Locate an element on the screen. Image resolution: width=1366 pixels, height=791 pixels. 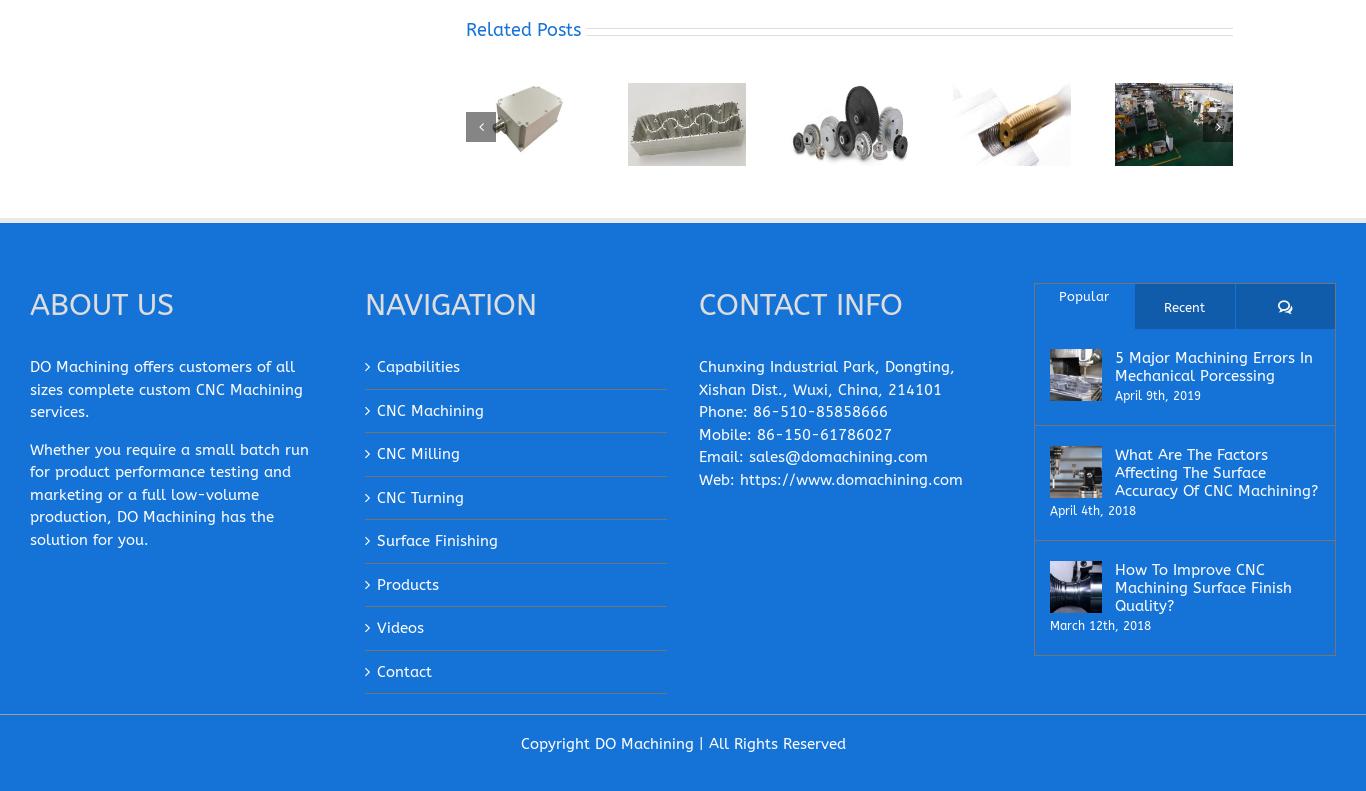
'Videos' is located at coordinates (398, 630).